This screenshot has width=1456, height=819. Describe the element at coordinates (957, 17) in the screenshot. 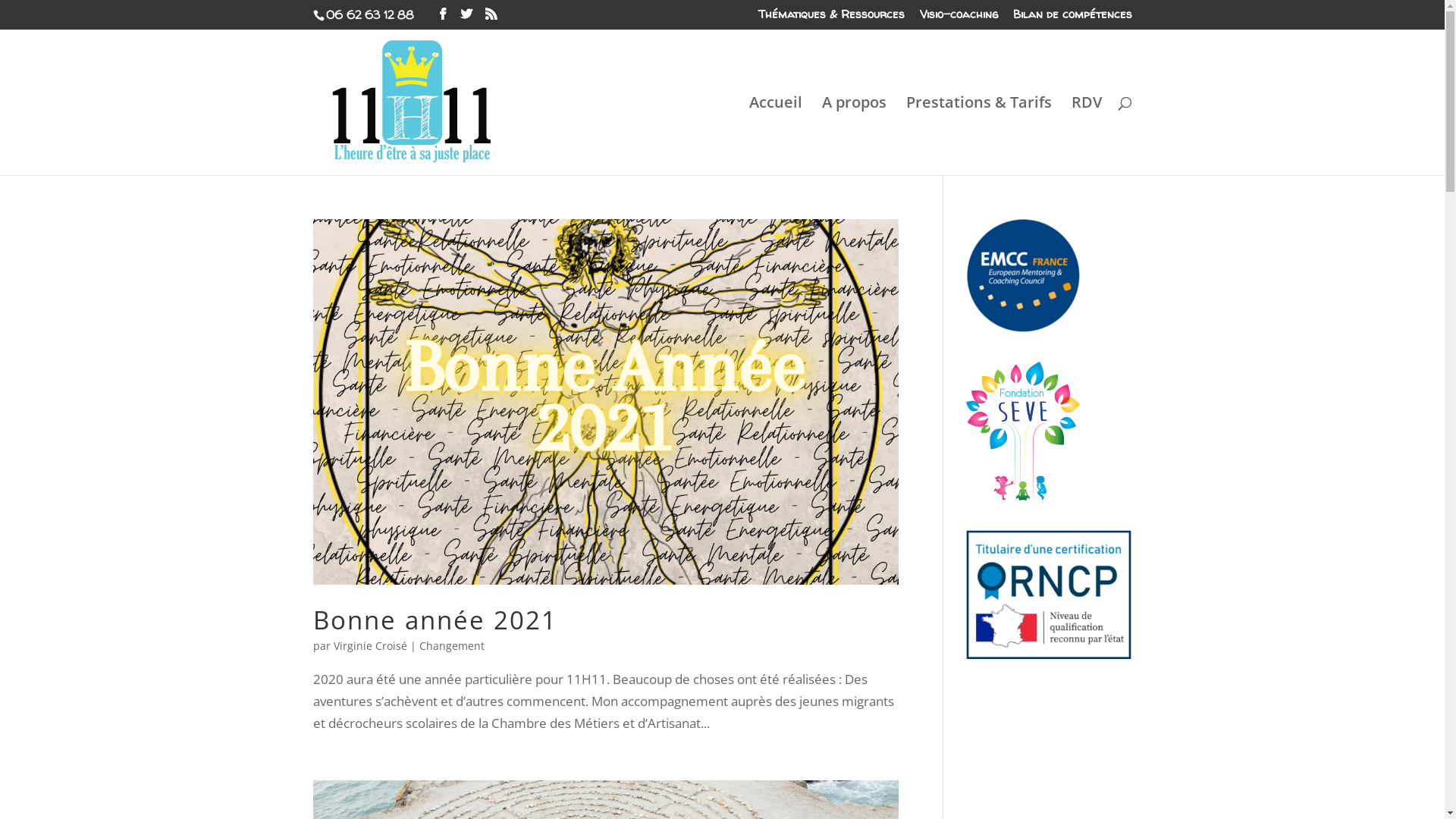

I see `'Visio-coaching'` at that location.